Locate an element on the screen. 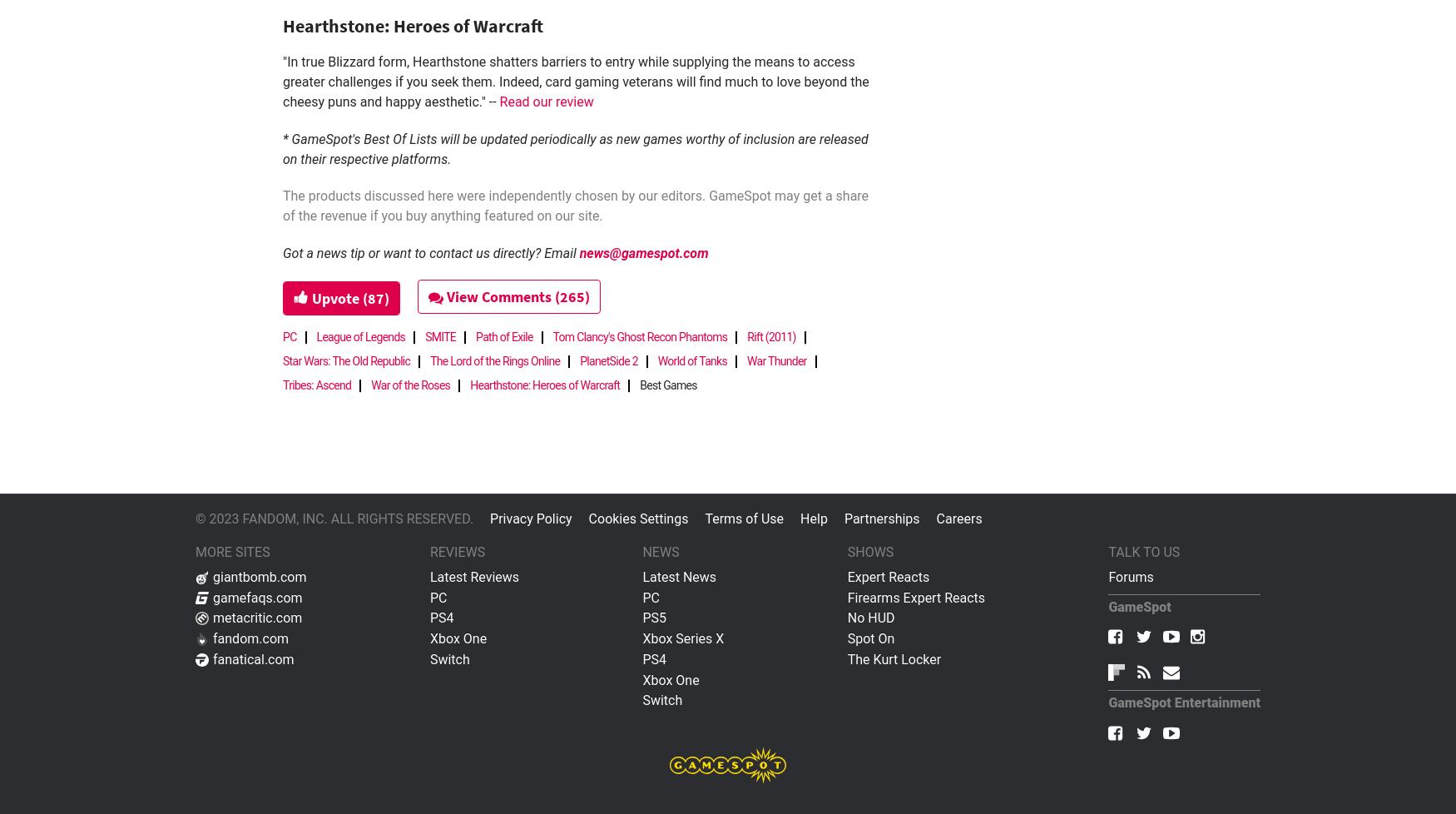 This screenshot has width=1456, height=814. 'Spot On' is located at coordinates (869, 638).